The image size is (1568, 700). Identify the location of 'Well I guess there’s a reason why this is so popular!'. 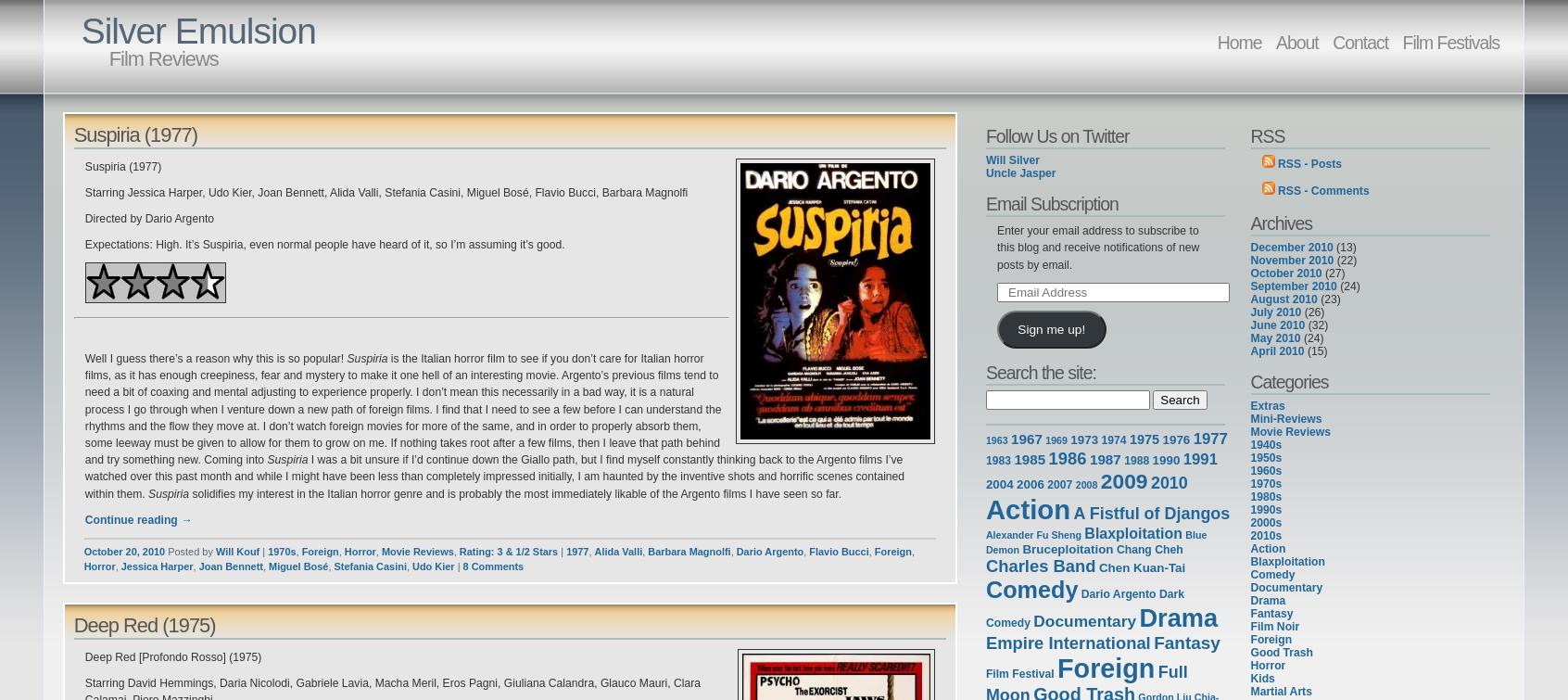
(215, 357).